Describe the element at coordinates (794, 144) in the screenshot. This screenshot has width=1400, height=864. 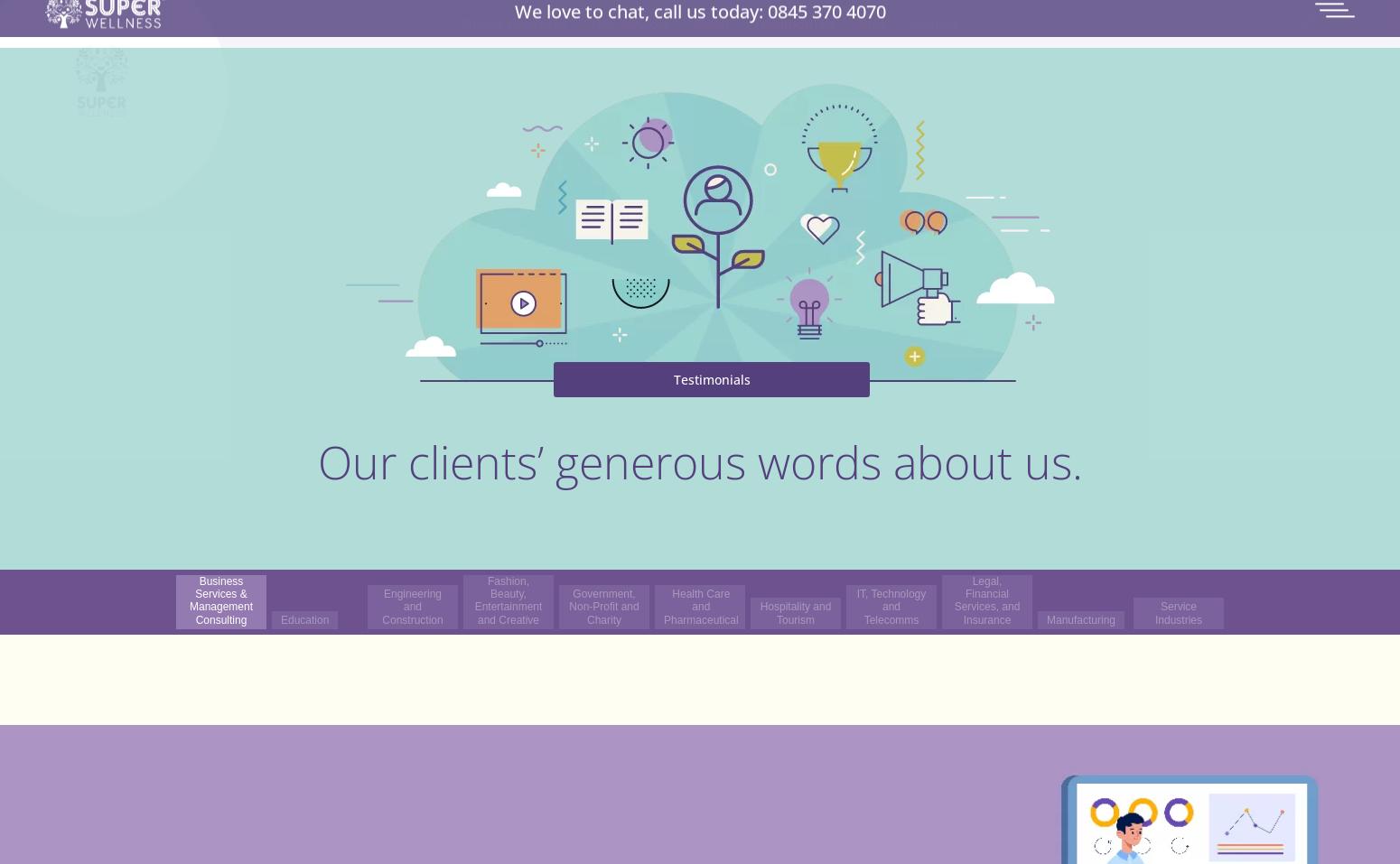
I see `'Media'` at that location.